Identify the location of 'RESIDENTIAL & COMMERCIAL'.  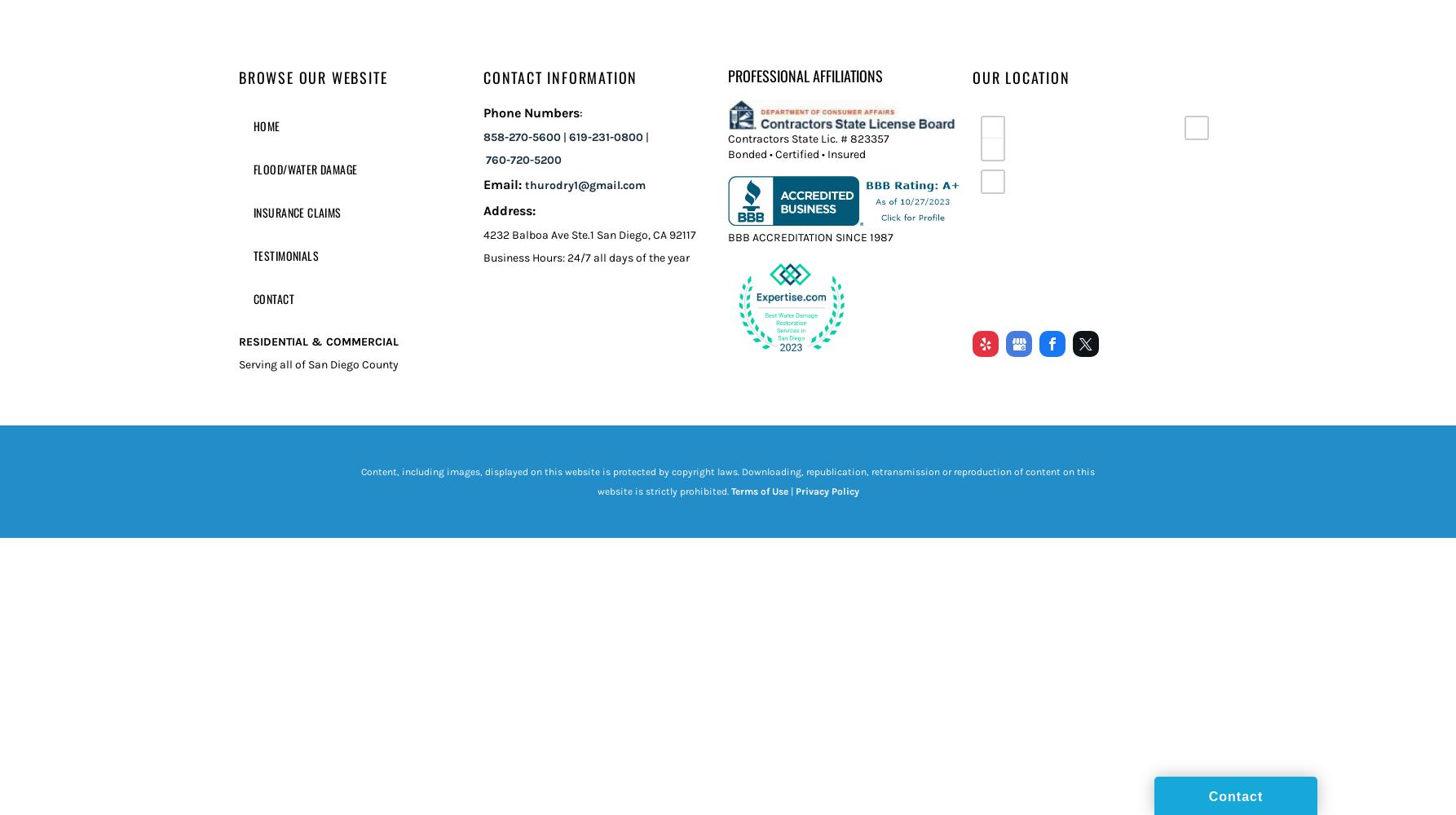
(318, 341).